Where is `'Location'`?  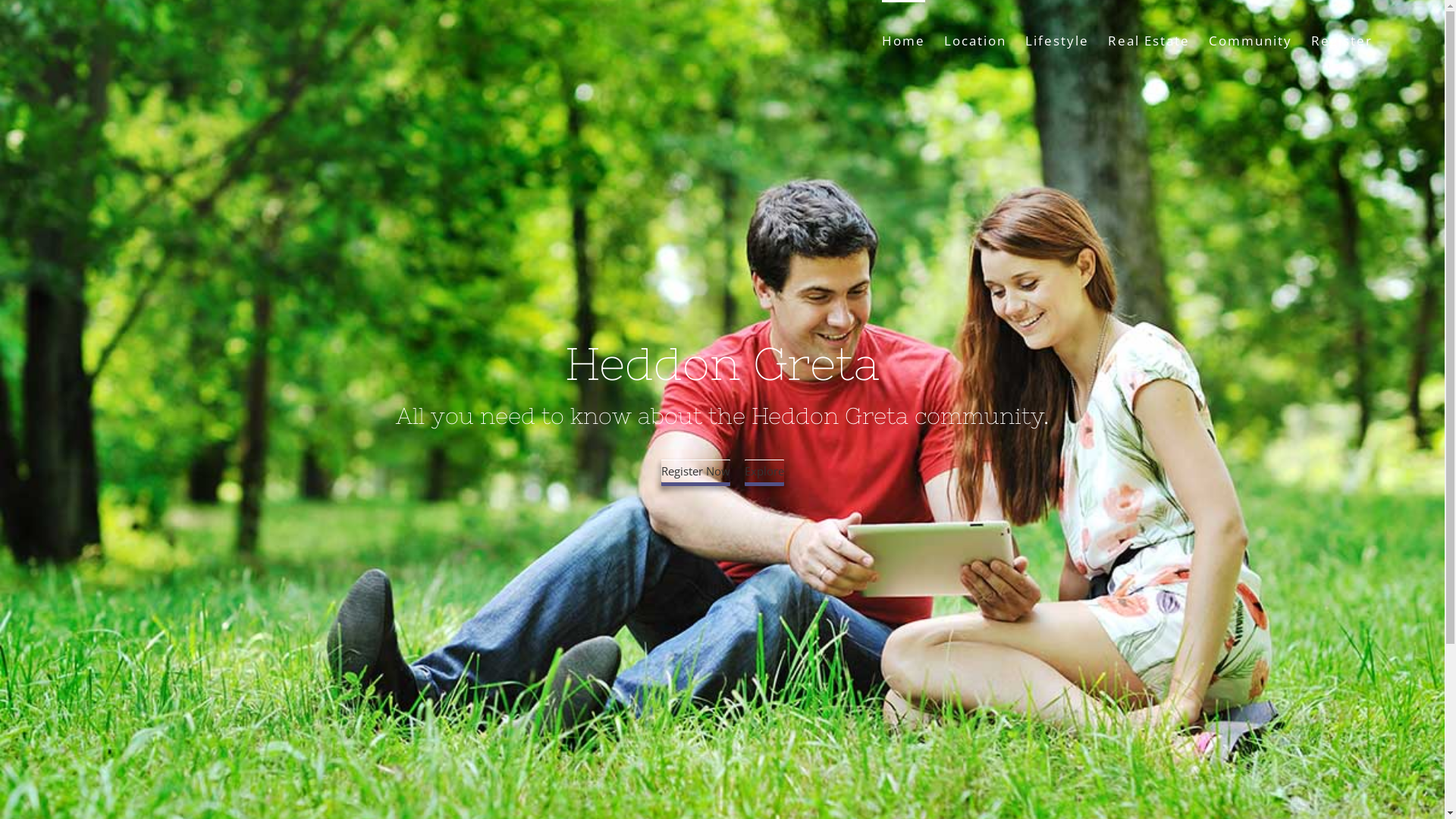 'Location' is located at coordinates (975, 38).